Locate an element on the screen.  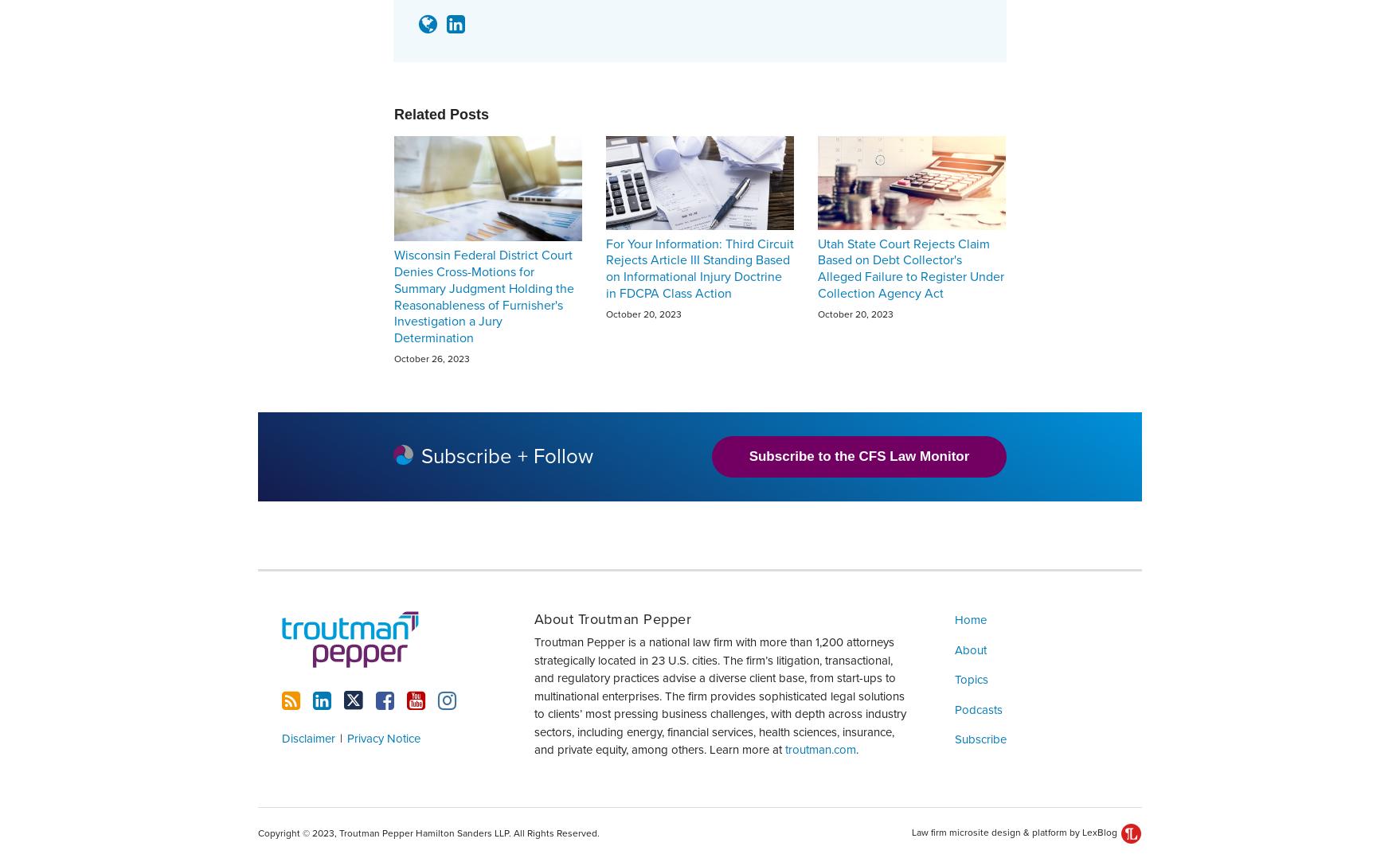
'Topics' is located at coordinates (954, 678).